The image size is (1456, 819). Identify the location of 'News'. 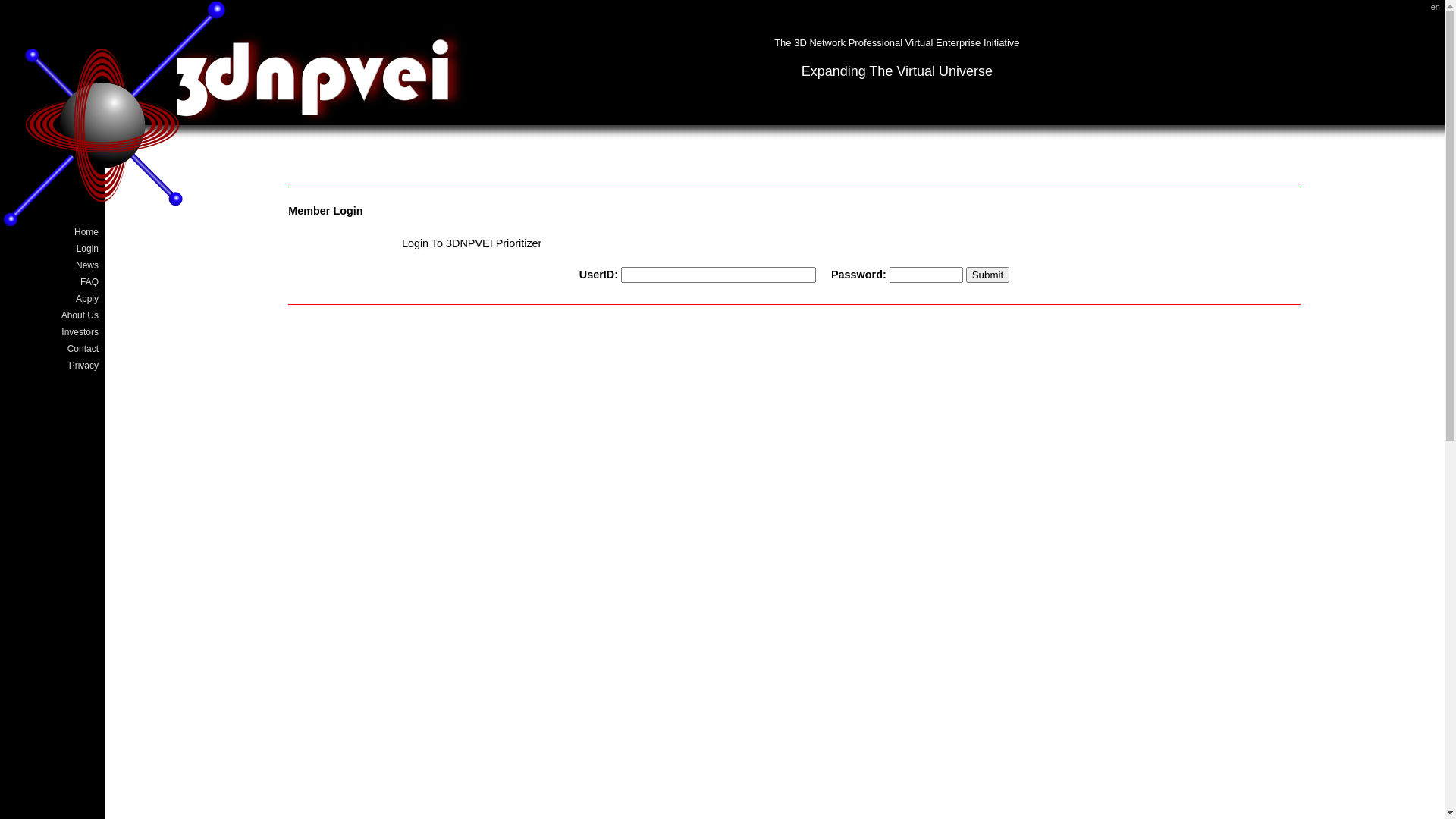
(53, 265).